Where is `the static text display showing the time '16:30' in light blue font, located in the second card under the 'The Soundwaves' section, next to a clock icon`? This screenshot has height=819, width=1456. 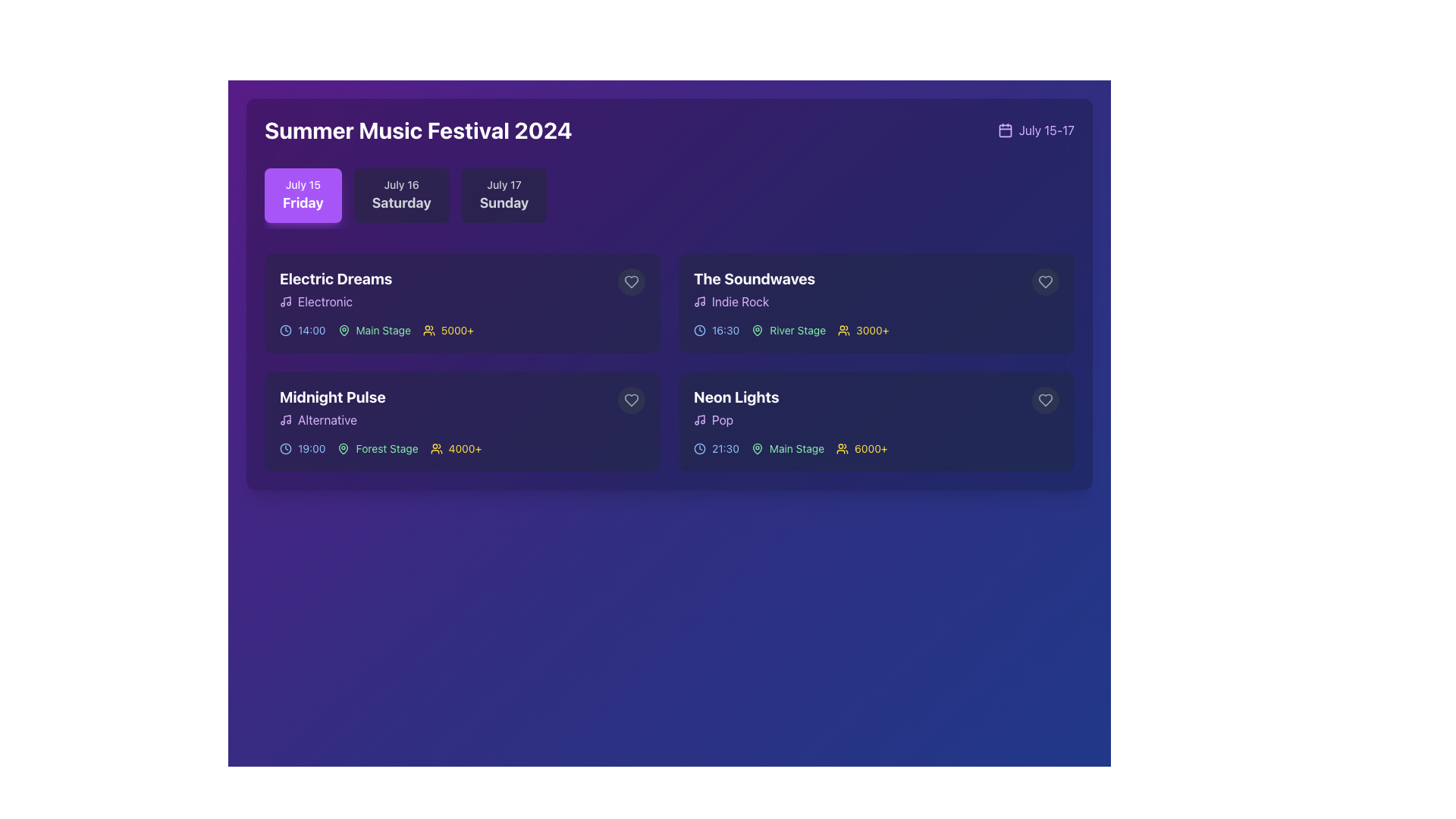 the static text display showing the time '16:30' in light blue font, located in the second card under the 'The Soundwaves' section, next to a clock icon is located at coordinates (725, 329).